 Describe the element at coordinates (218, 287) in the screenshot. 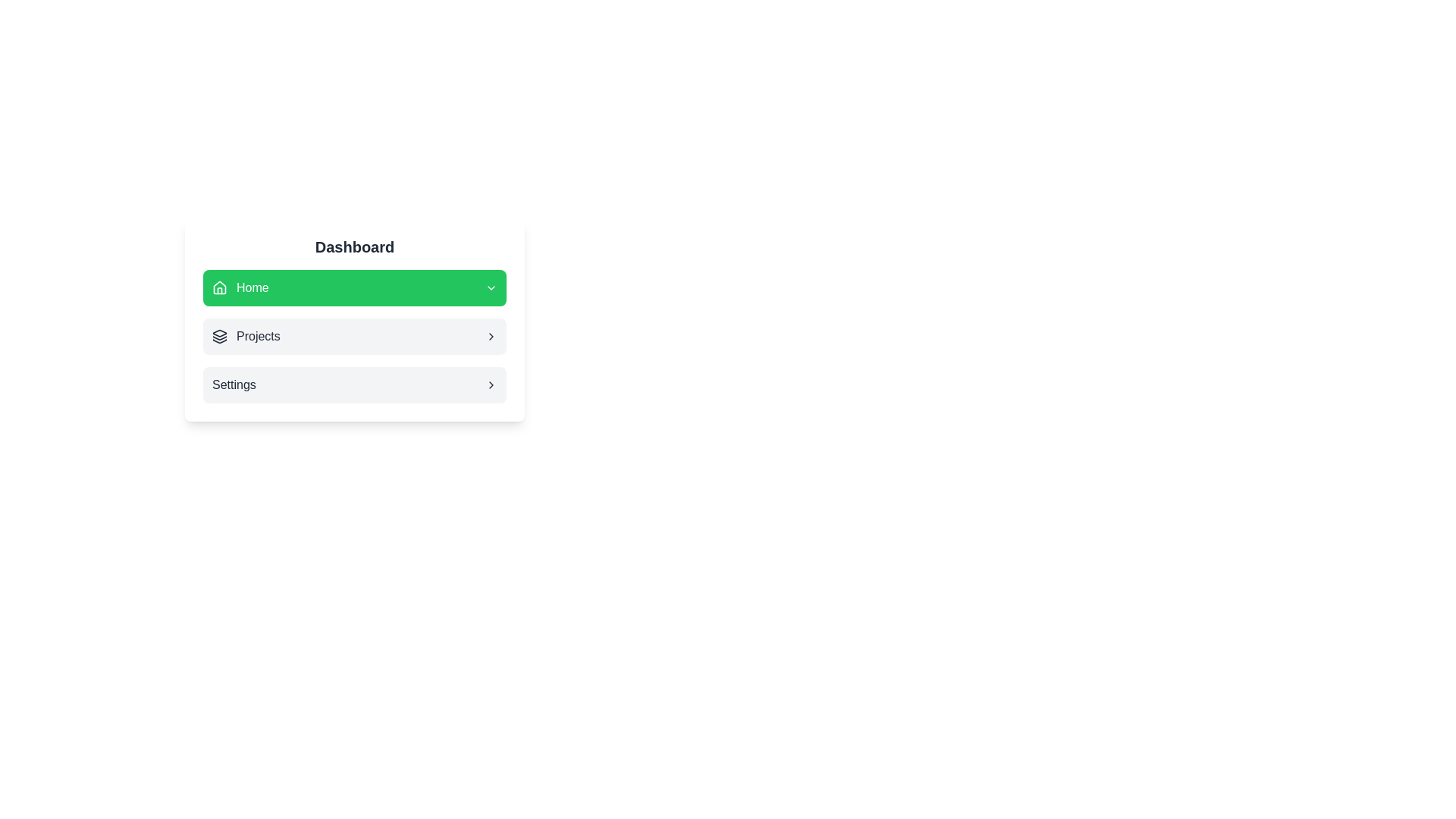

I see `the house-shaped outline icon located to the left of the 'Home' text label, which is near the top left corner of the green 'Home' button in the vertical menu` at that location.